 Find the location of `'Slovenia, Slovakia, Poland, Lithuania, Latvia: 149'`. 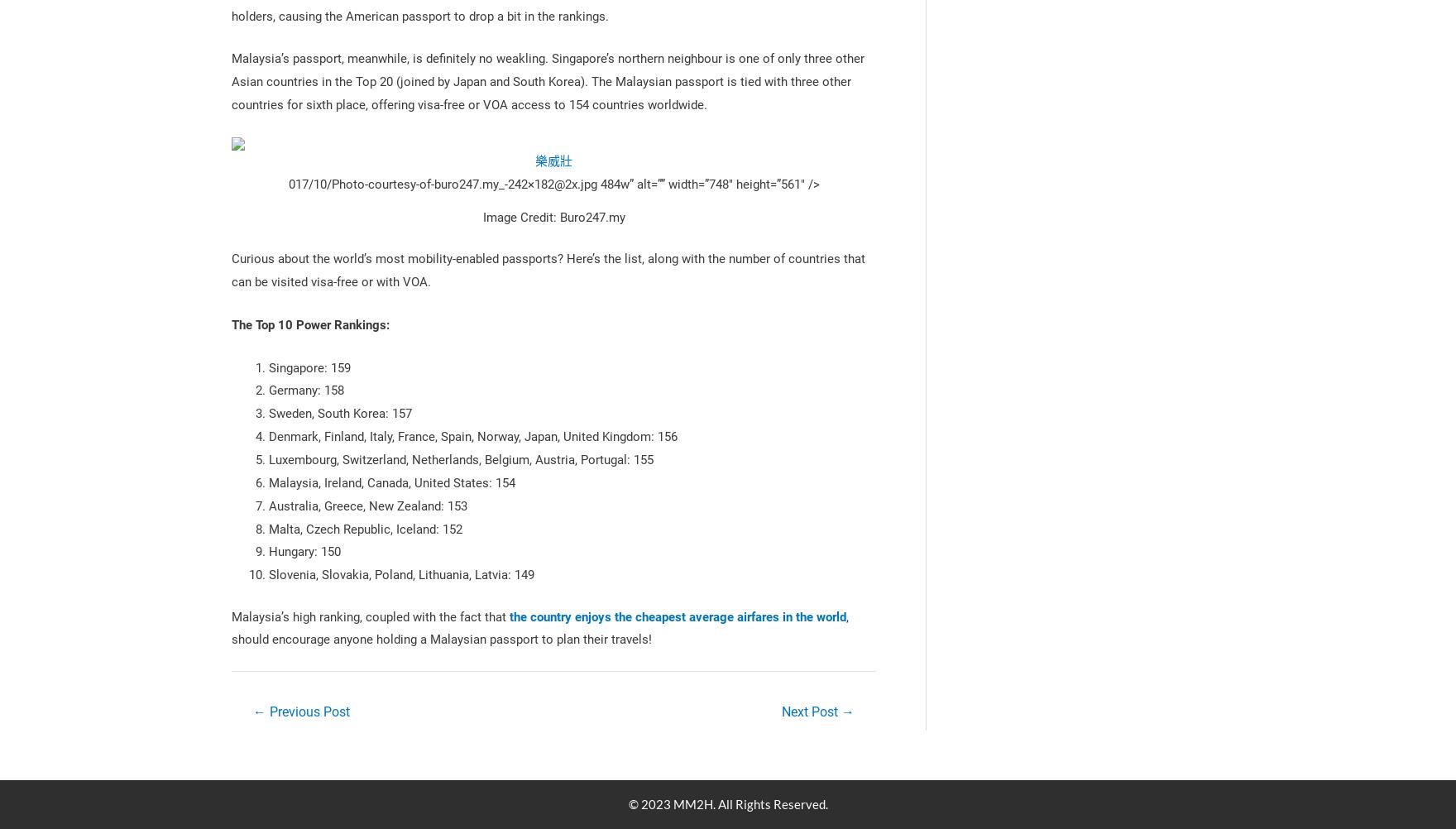

'Slovenia, Slovakia, Poland, Lithuania, Latvia: 149' is located at coordinates (401, 574).